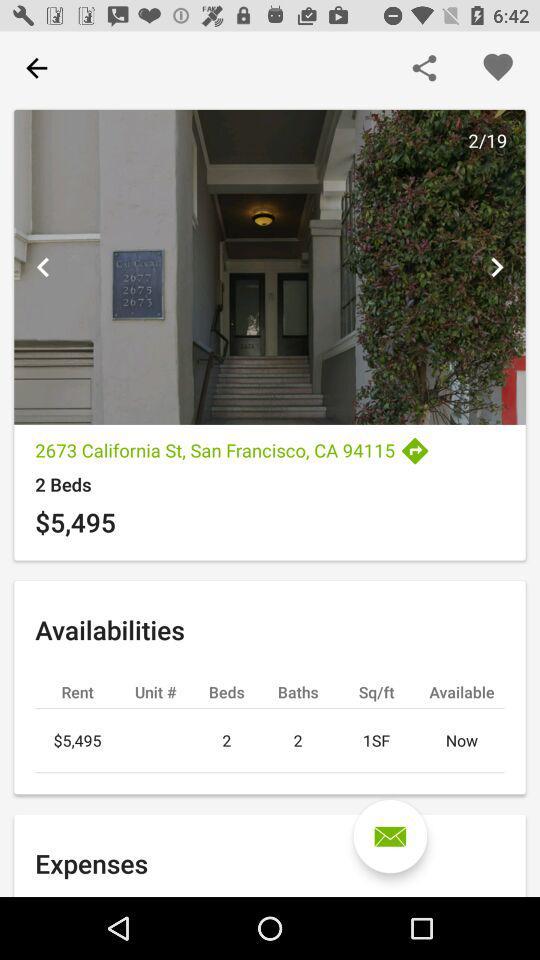  Describe the element at coordinates (423, 68) in the screenshot. I see `share` at that location.